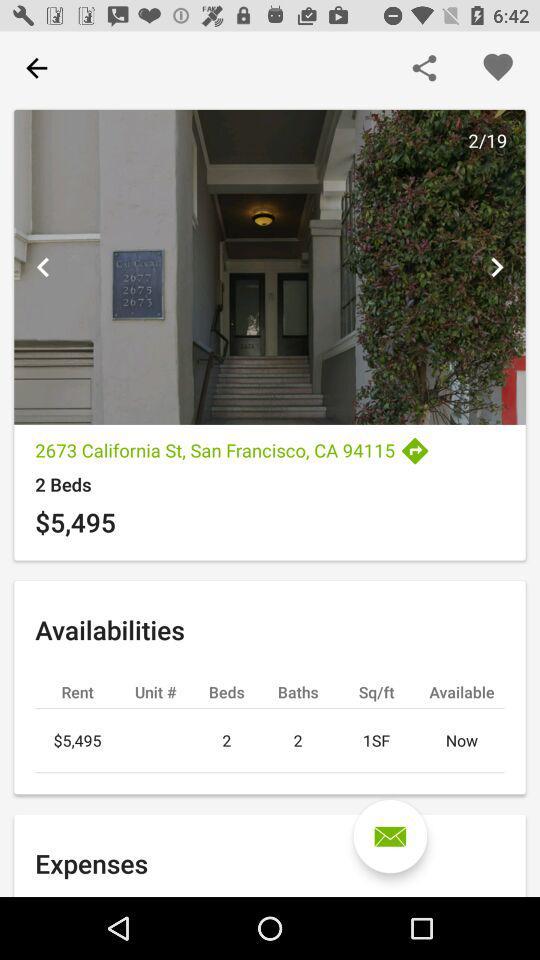  Describe the element at coordinates (423, 68) in the screenshot. I see `share` at that location.